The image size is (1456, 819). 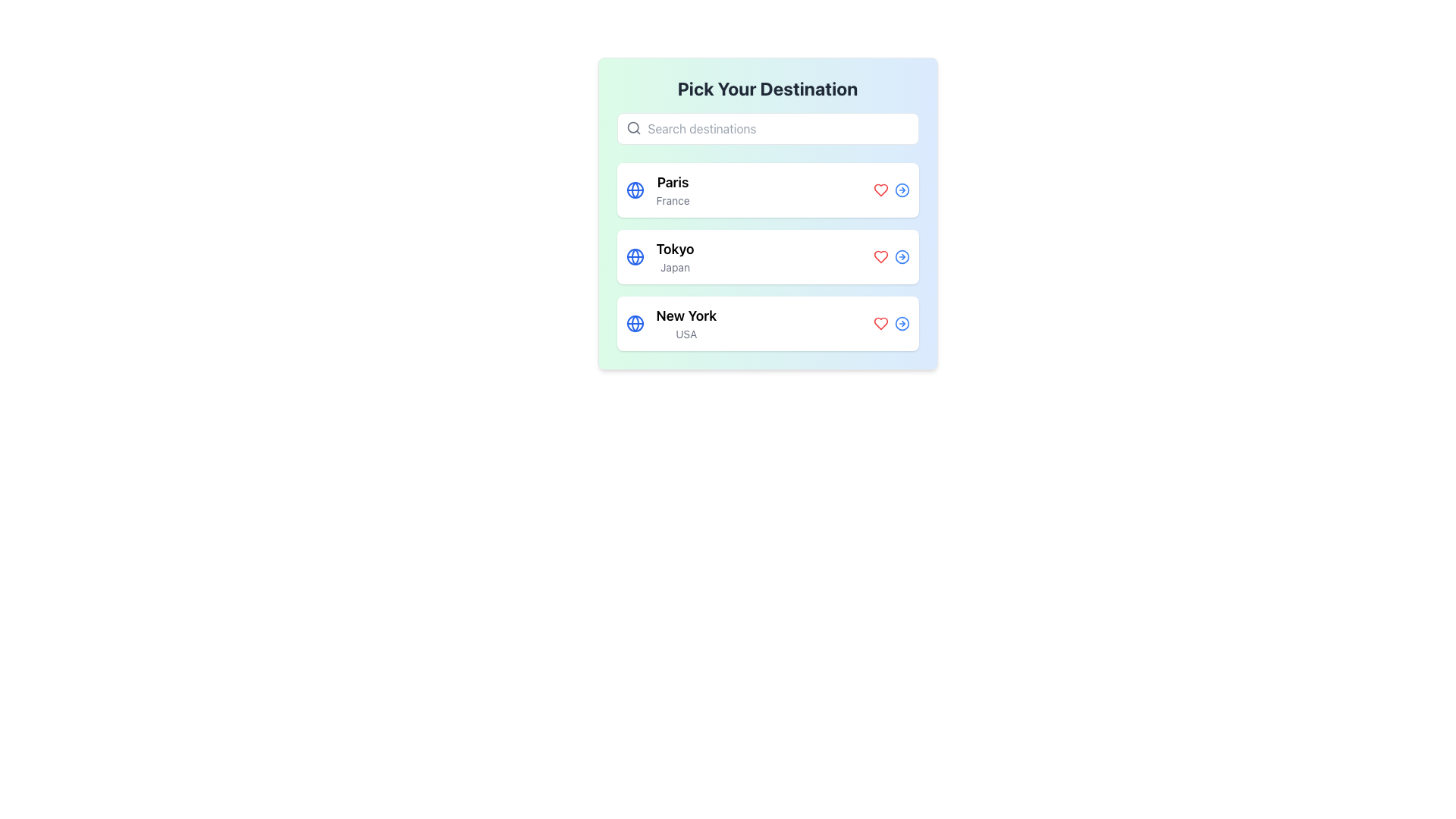 What do you see at coordinates (767, 256) in the screenshot?
I see `the icons within the destination card labeled 'Tokyo', which is the second card in the vertical list of destination cards under 'Pick Your Destination'` at bounding box center [767, 256].